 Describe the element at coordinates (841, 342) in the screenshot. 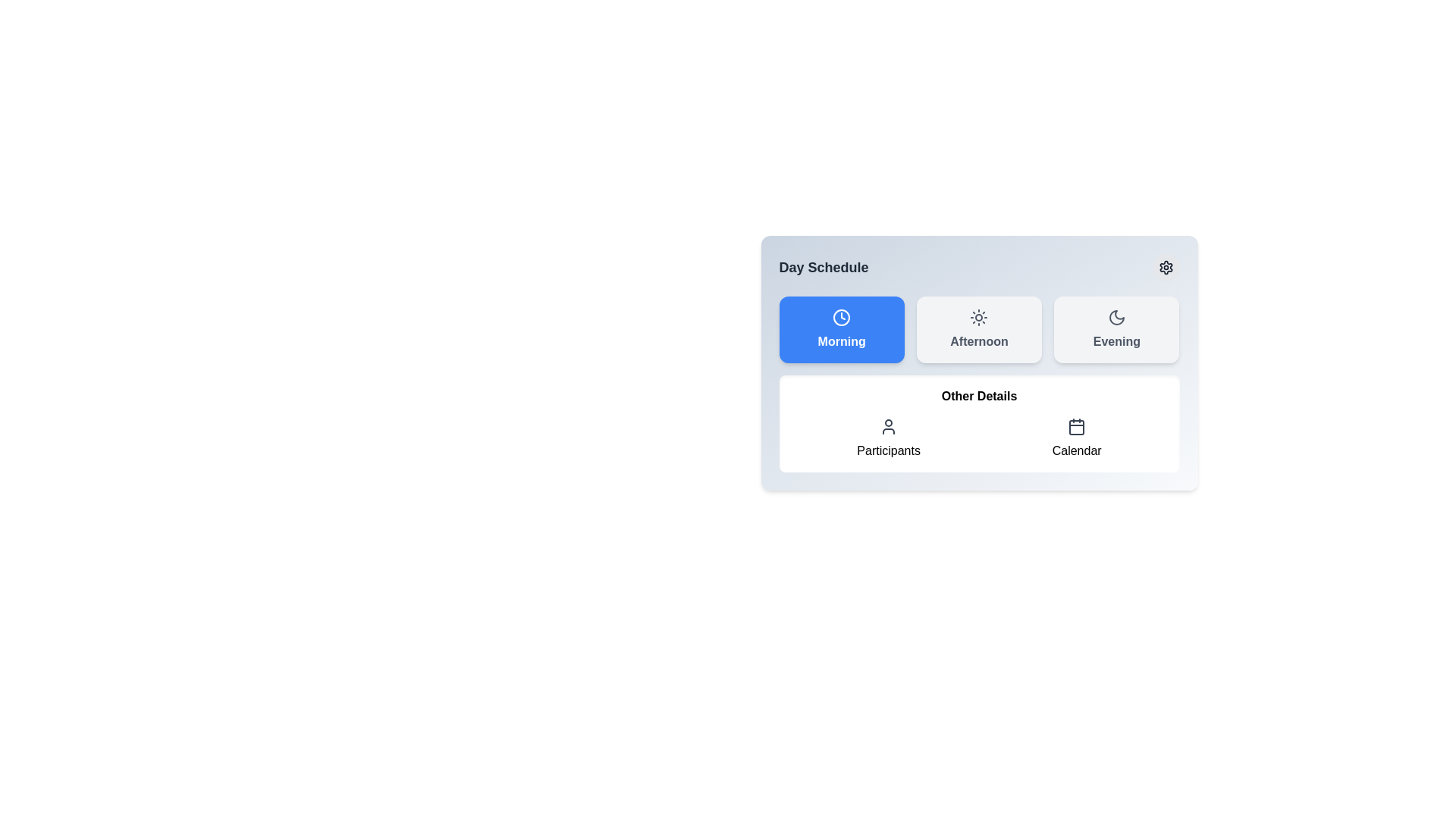

I see `or read the text displayed on the 'Morning' timeframe label located in the top-left corner of the 'Day Schedule' panel` at that location.